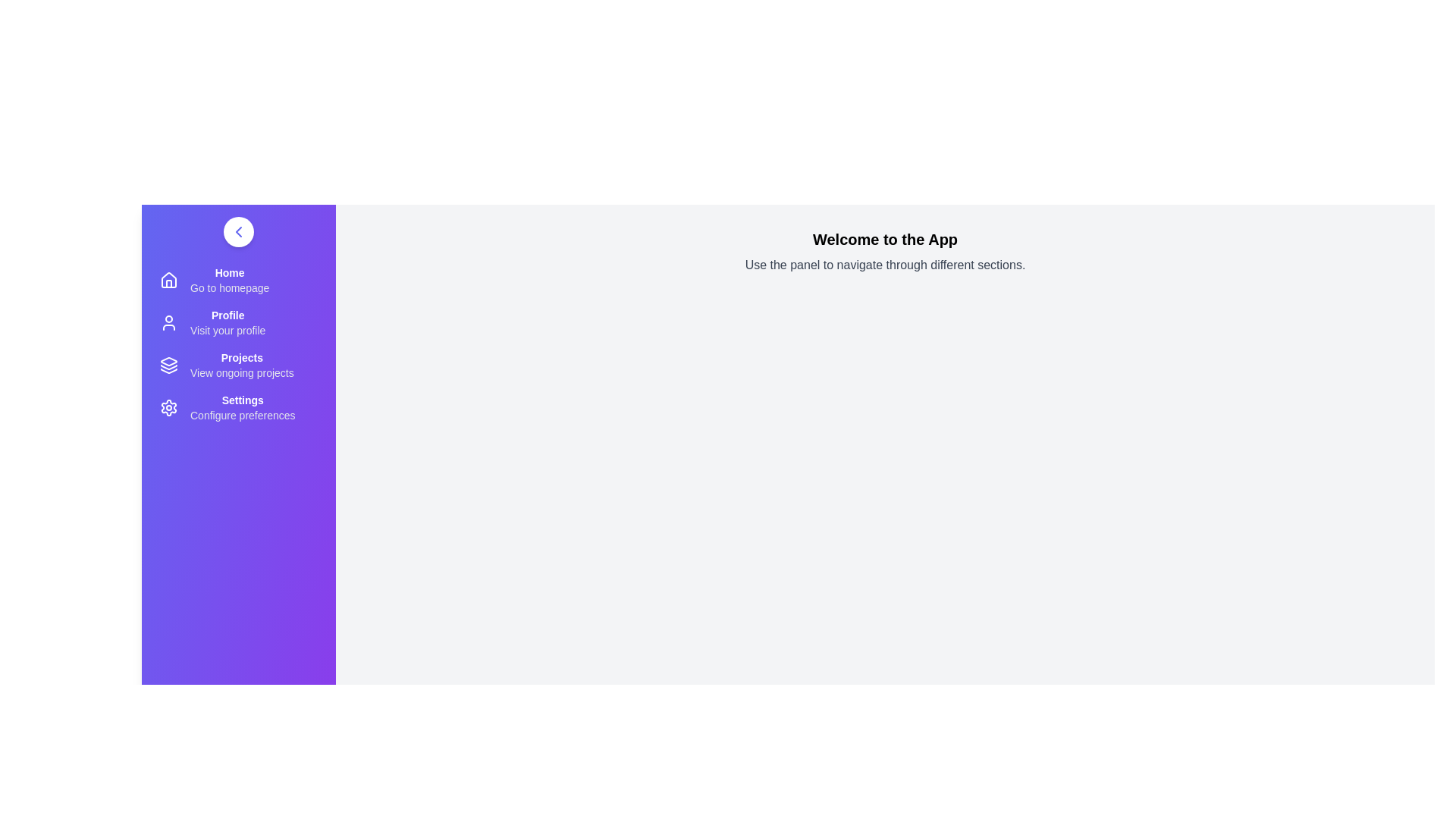 Image resolution: width=1456 pixels, height=819 pixels. I want to click on toggle button to open or close the navigation drawer, so click(238, 231).